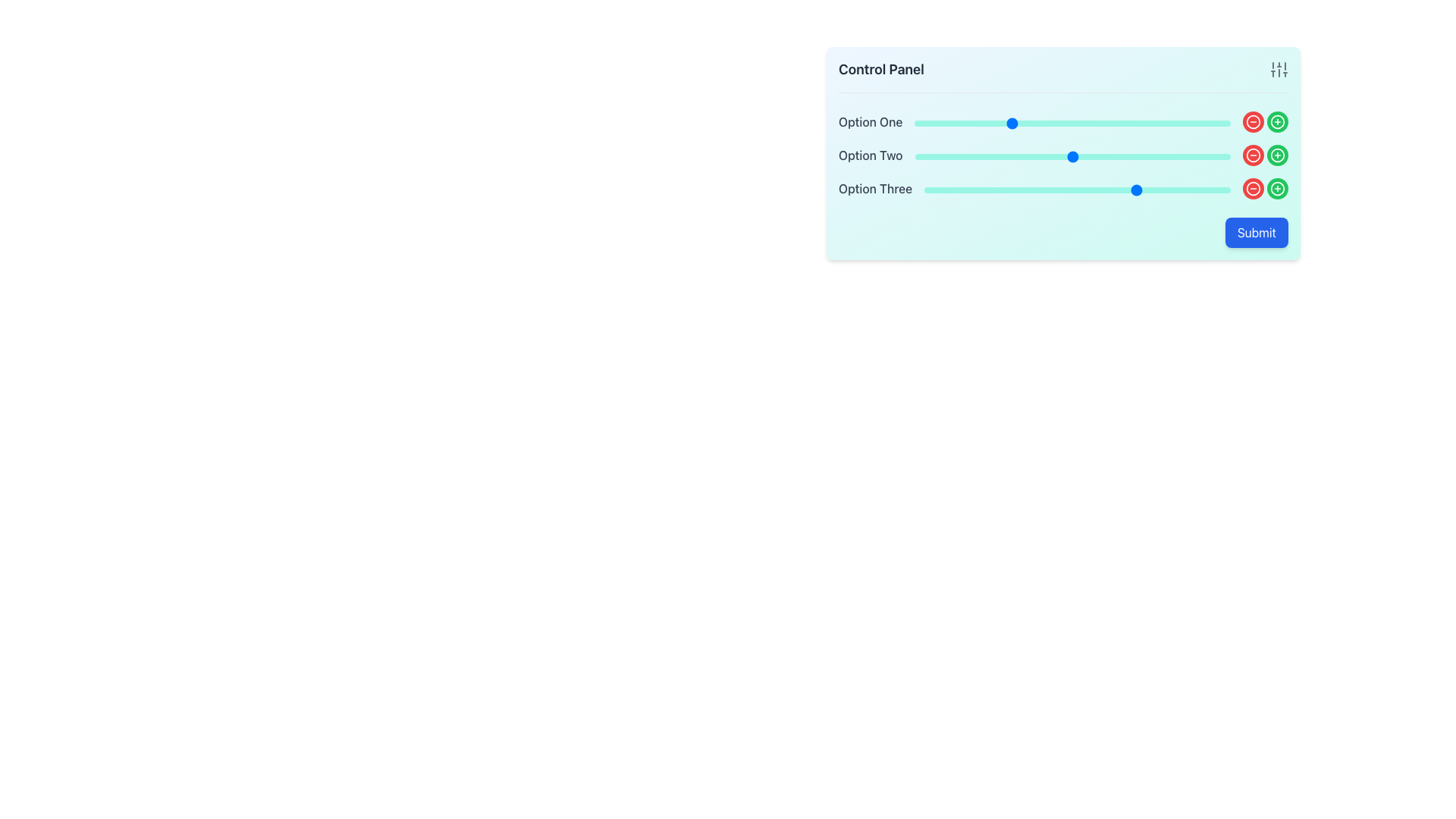  I want to click on the slider value, so click(1052, 189).